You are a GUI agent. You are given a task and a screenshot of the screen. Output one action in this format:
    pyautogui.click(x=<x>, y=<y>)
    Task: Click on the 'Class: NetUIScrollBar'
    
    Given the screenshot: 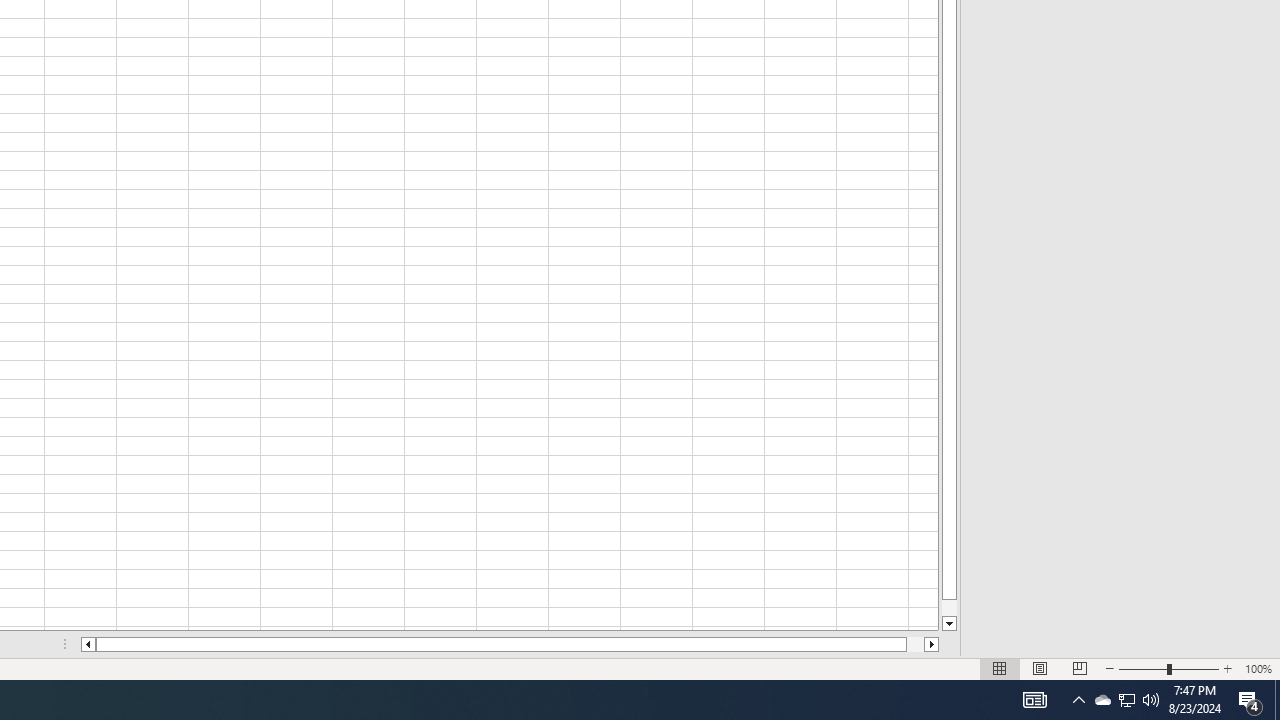 What is the action you would take?
    pyautogui.click(x=510, y=644)
    